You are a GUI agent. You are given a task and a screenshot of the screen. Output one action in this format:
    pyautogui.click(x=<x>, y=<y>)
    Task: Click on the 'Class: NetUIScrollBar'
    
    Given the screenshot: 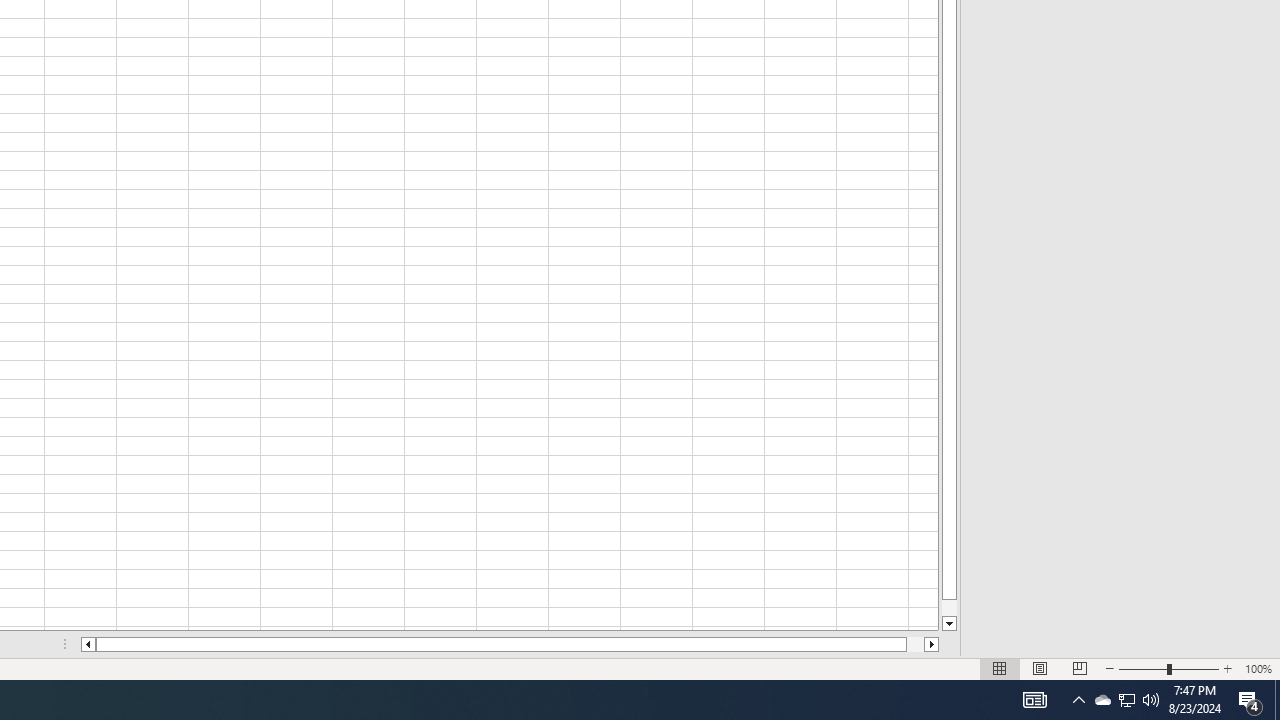 What is the action you would take?
    pyautogui.click(x=510, y=644)
    